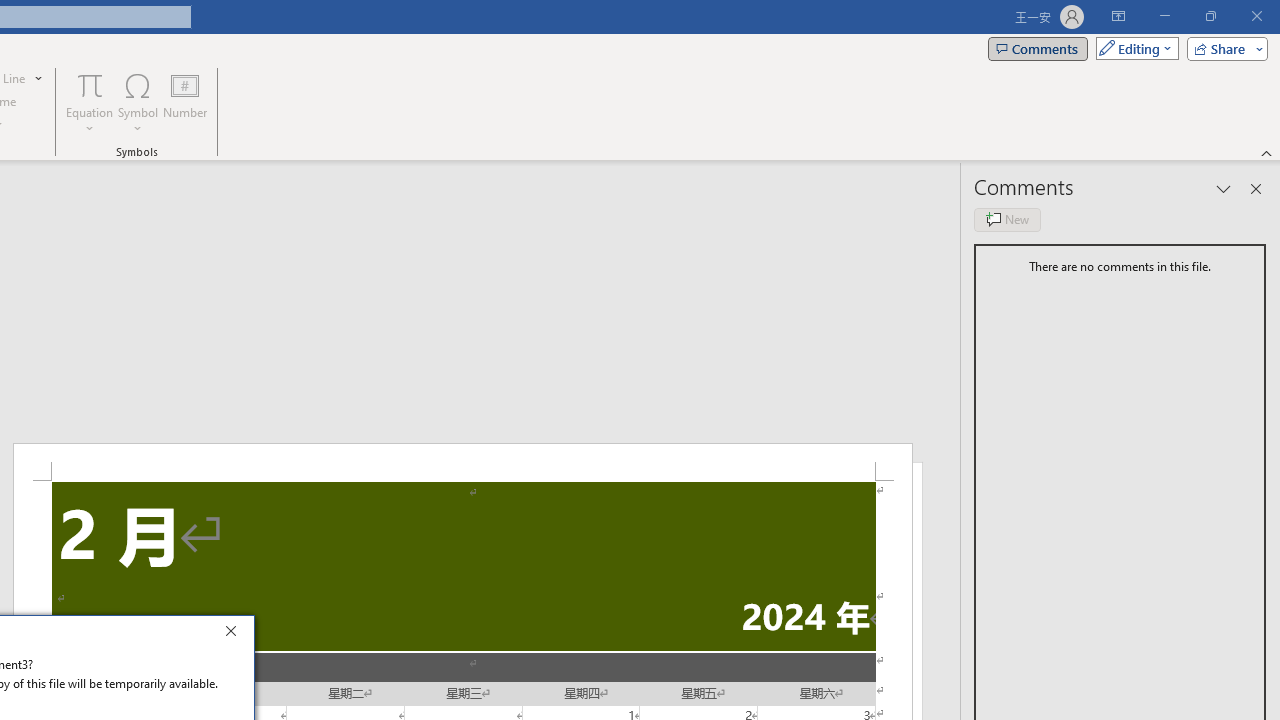 The height and width of the screenshot is (720, 1280). I want to click on 'Collapse the Ribbon', so click(1266, 152).